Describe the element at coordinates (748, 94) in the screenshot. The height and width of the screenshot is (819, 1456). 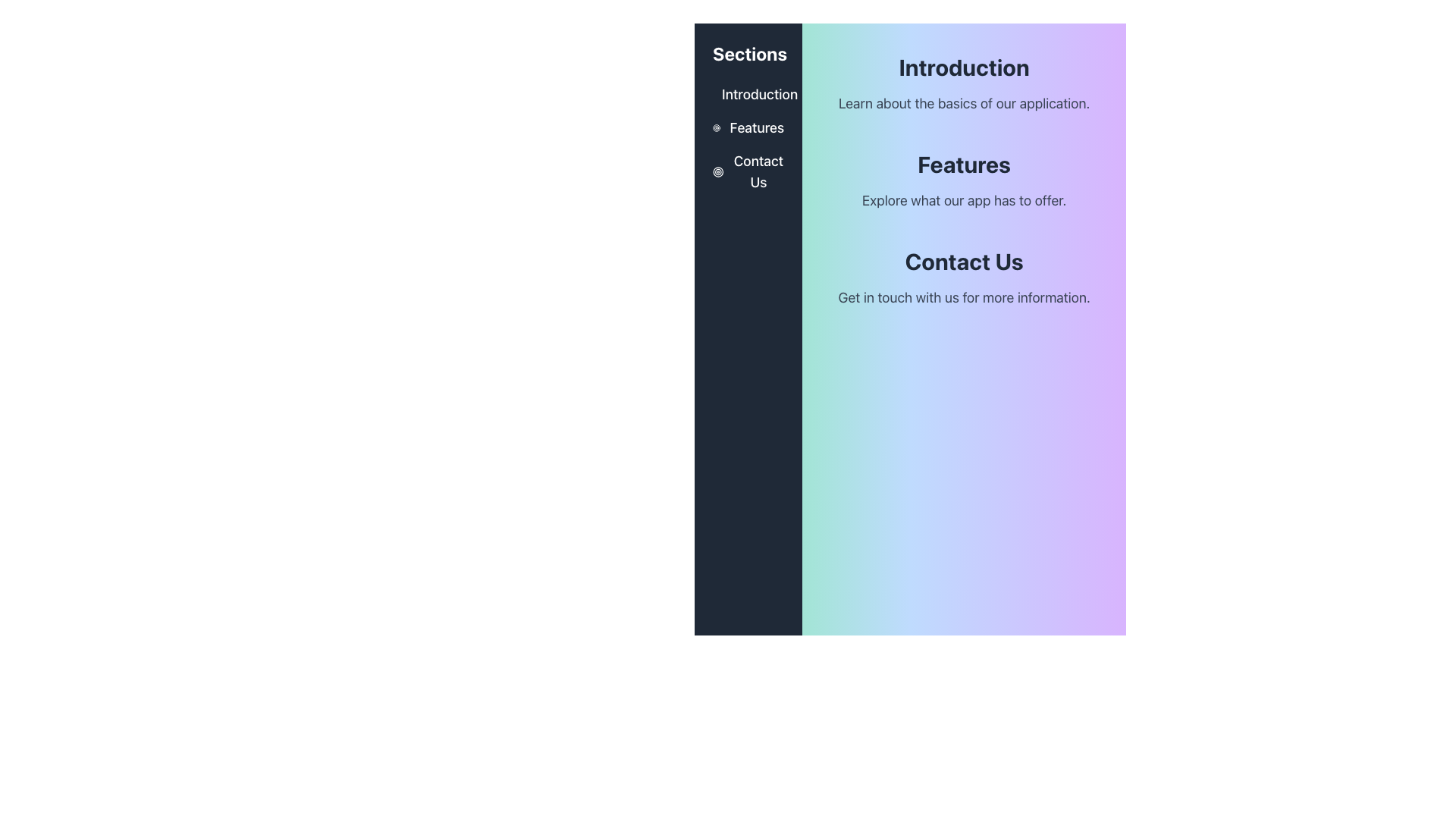
I see `the first text link in the vertical menu list` at that location.